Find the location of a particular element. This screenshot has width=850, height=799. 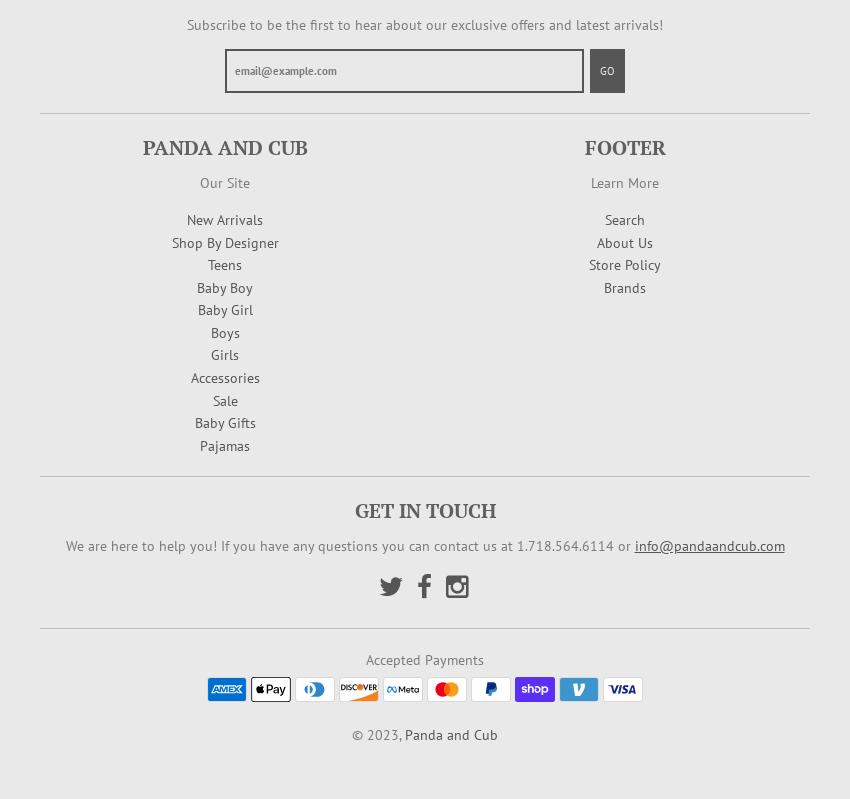

'About Us' is located at coordinates (624, 241).